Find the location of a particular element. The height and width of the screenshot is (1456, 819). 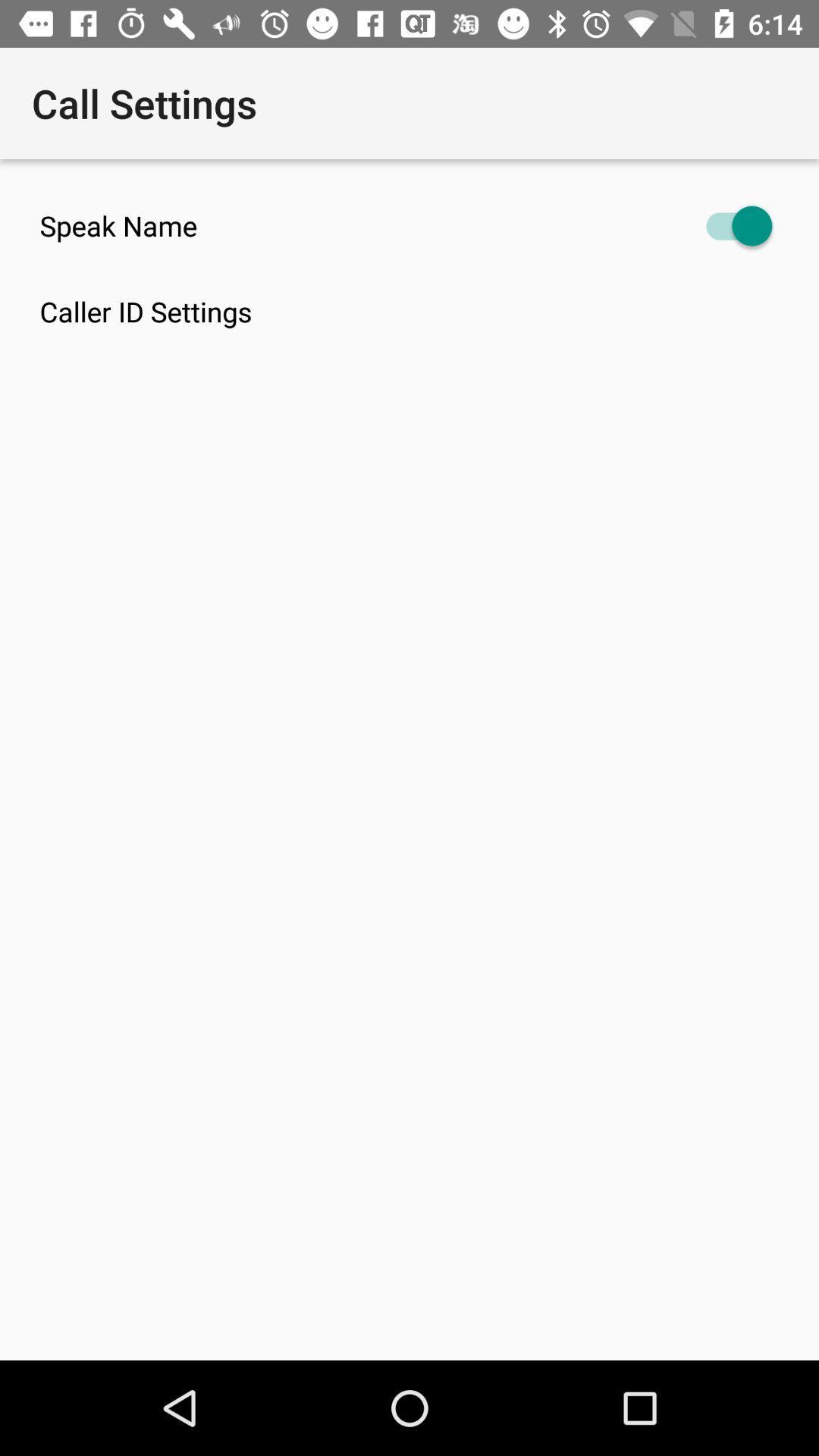

the item below the call settings item is located at coordinates (409, 225).